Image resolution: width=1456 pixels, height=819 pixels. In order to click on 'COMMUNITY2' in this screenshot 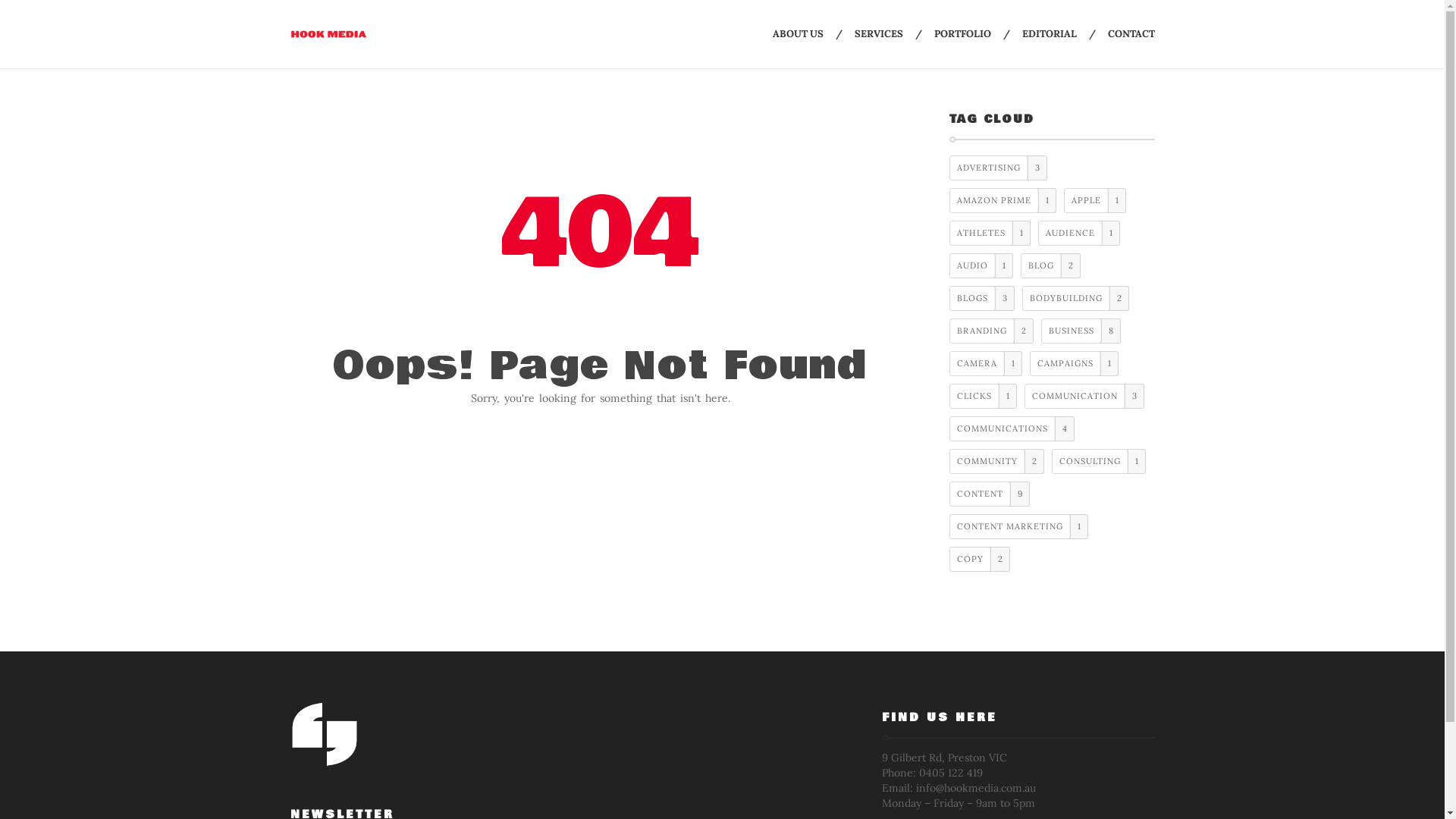, I will do `click(996, 460)`.